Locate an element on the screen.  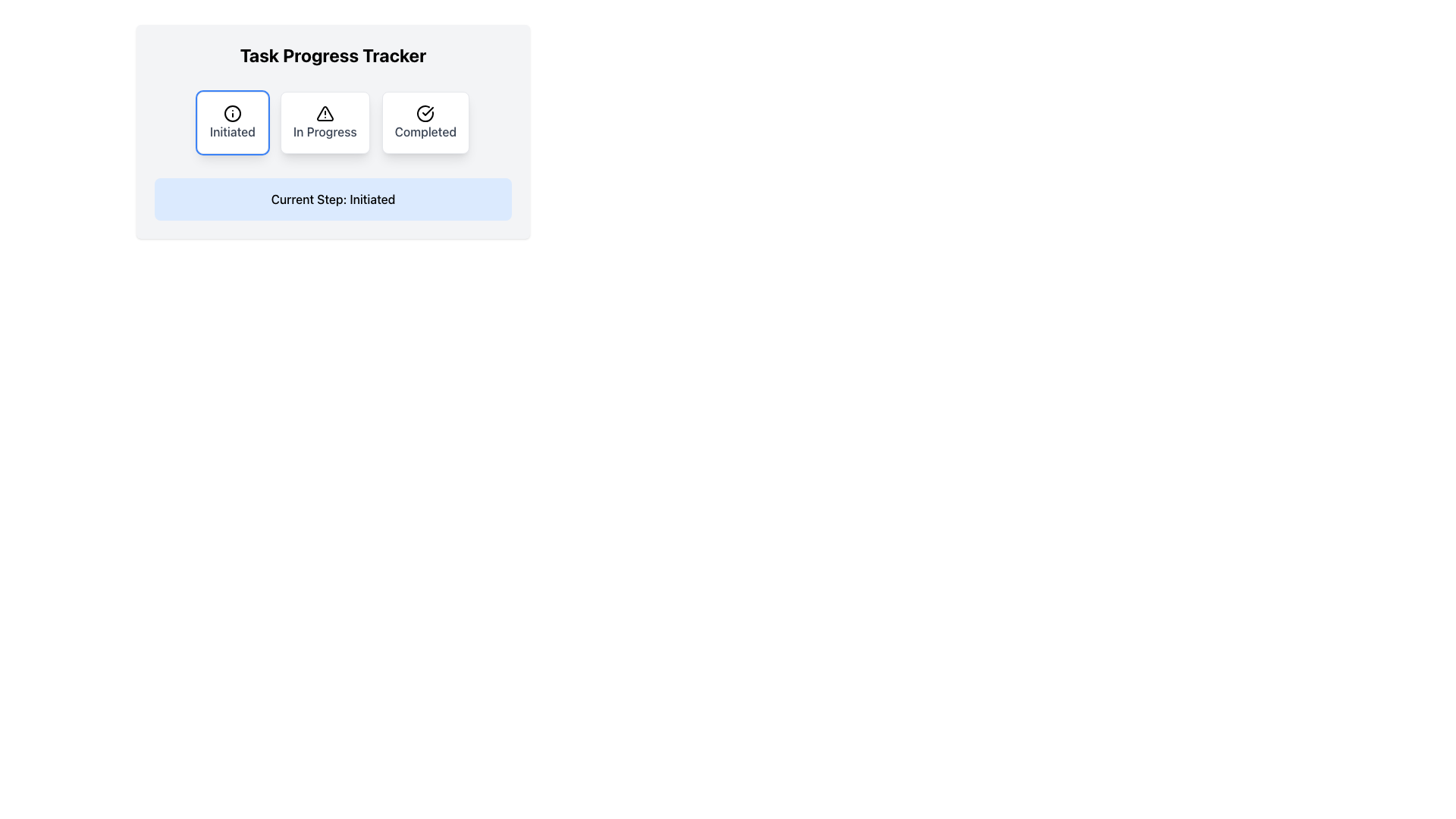
the Status Indicator Card, which is the third card in a horizontal row and features a circular icon with a checkmark indicating task completion is located at coordinates (425, 122).